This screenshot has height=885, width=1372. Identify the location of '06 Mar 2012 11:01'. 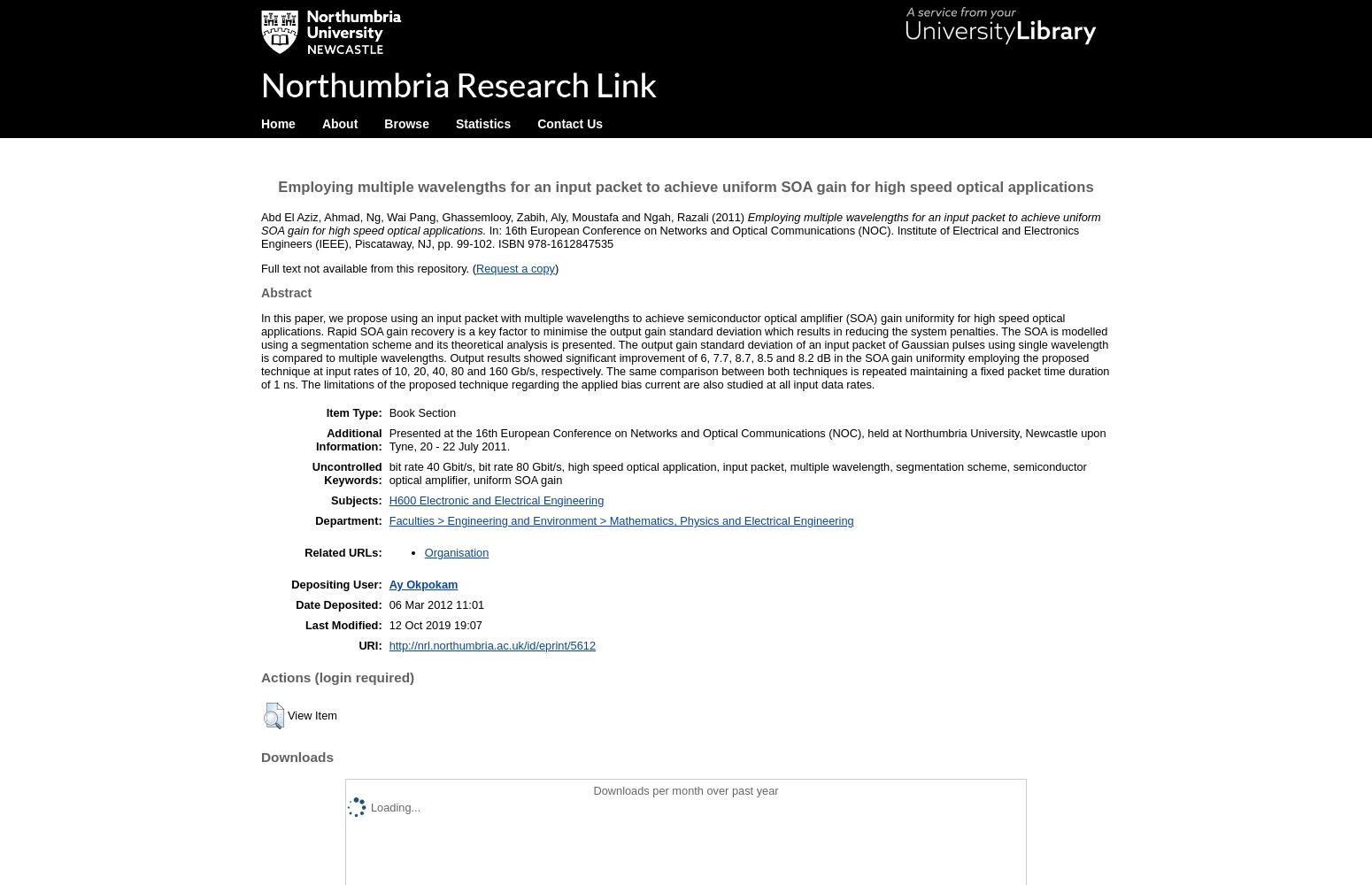
(388, 604).